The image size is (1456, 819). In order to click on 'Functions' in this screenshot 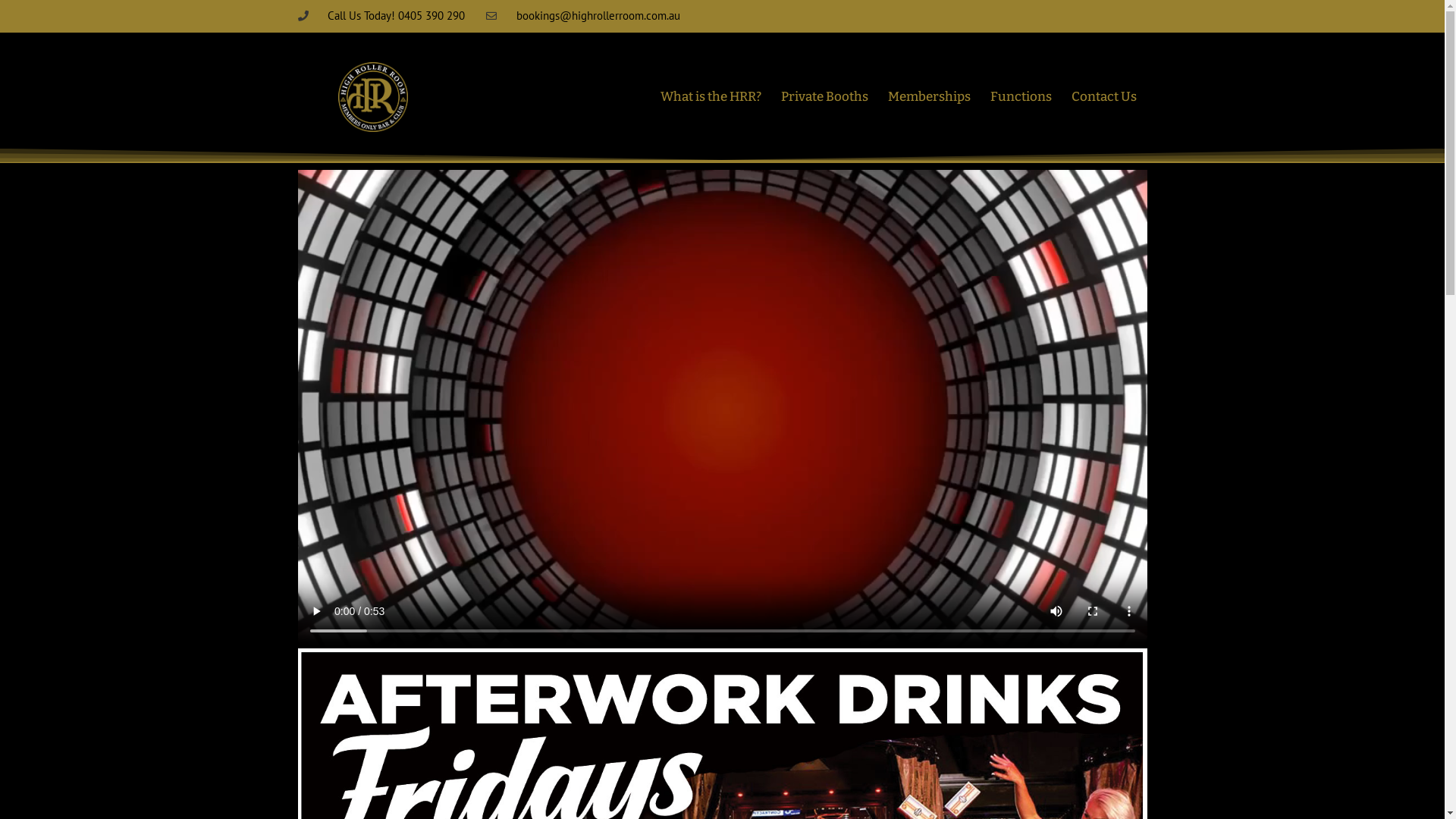, I will do `click(1021, 96)`.